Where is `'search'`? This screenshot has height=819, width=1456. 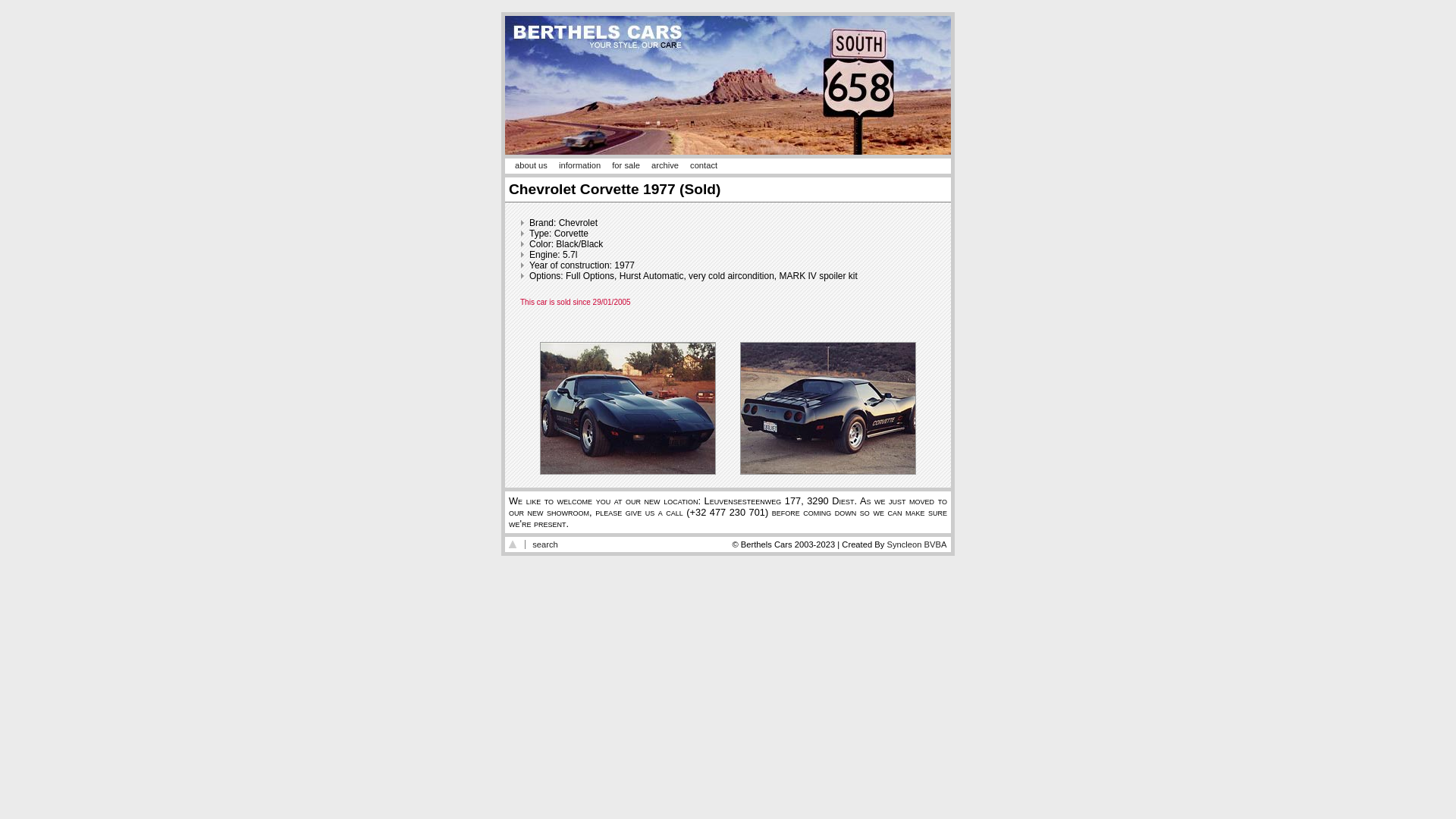
'search' is located at coordinates (545, 543).